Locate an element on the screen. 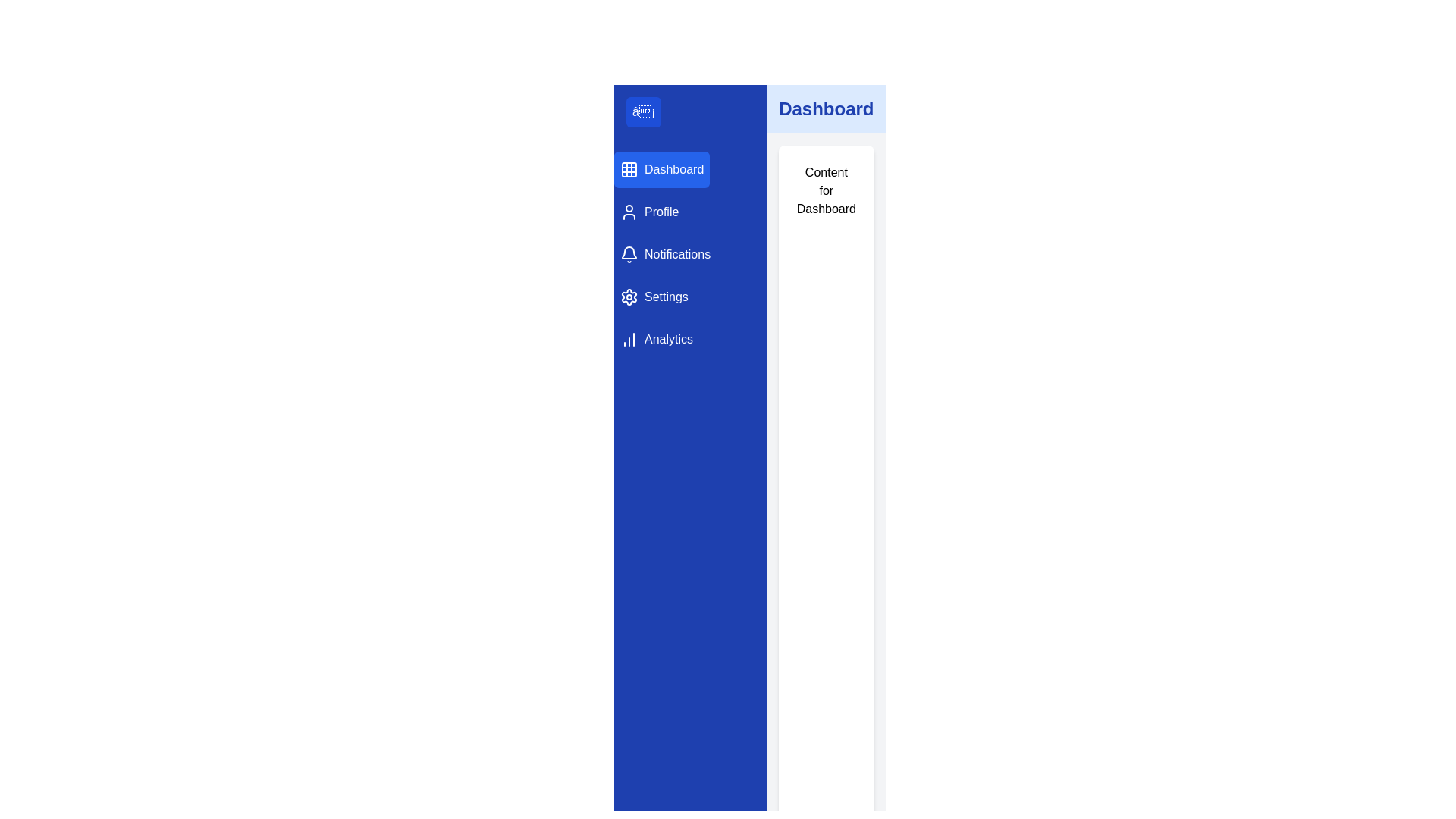  'Dashboard' label text located in the sidebar navigation, positioned under the grid icon and above the 'Profile' navigation text is located at coordinates (673, 169).